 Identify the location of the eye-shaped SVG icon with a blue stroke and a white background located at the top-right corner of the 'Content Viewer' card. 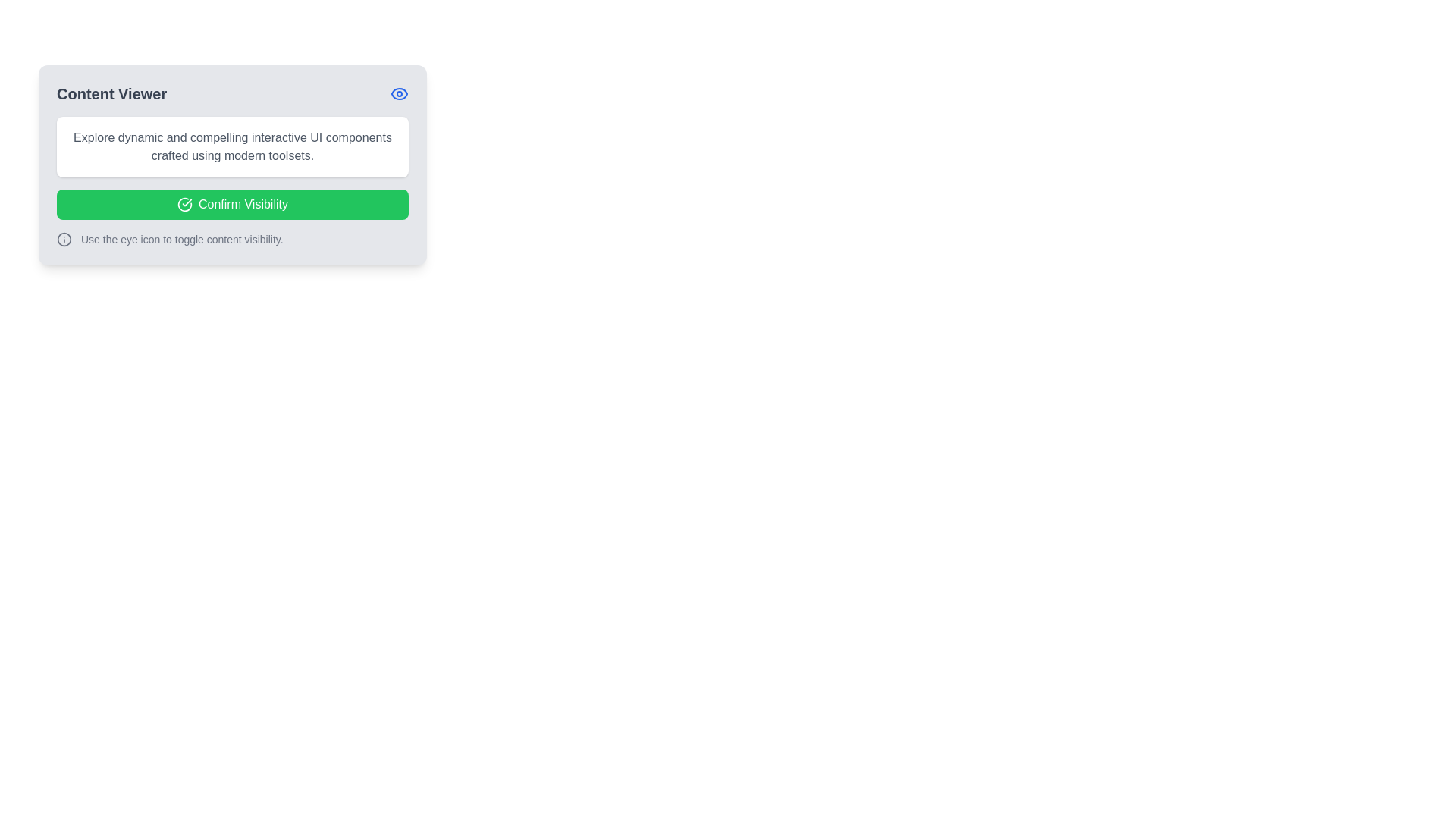
(400, 93).